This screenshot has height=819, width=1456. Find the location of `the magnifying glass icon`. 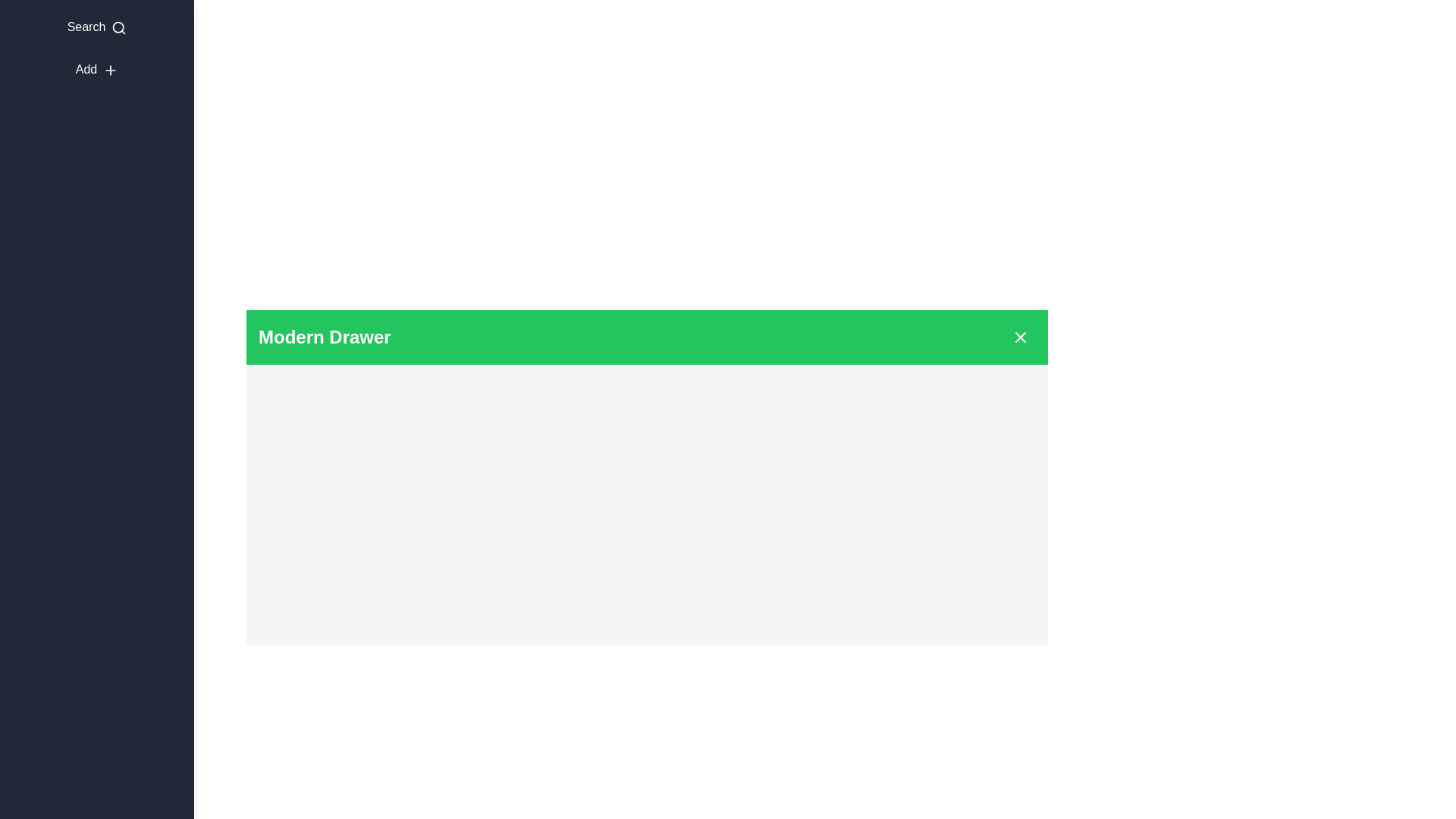

the magnifying glass icon is located at coordinates (118, 27).